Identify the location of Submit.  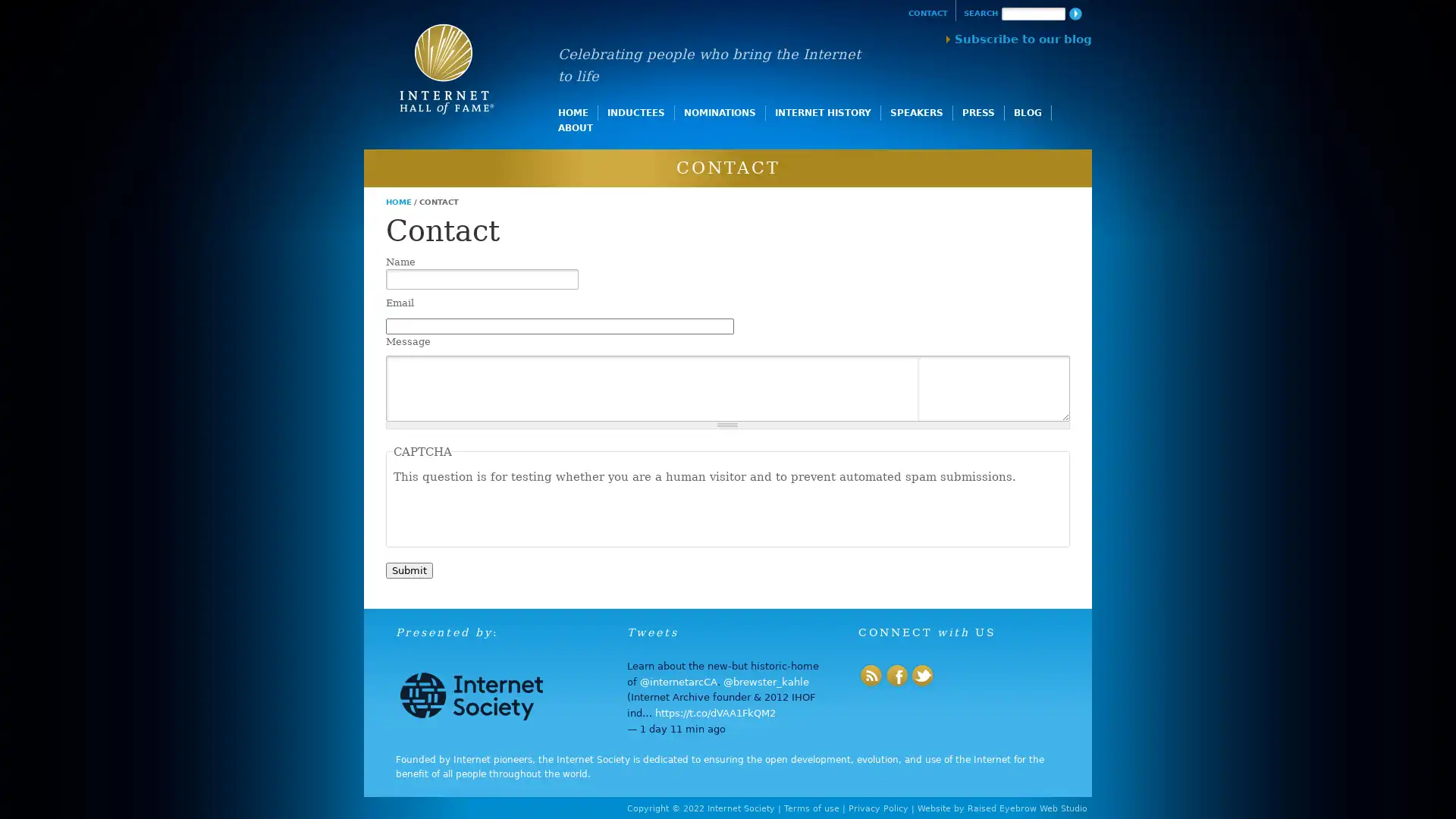
(408, 570).